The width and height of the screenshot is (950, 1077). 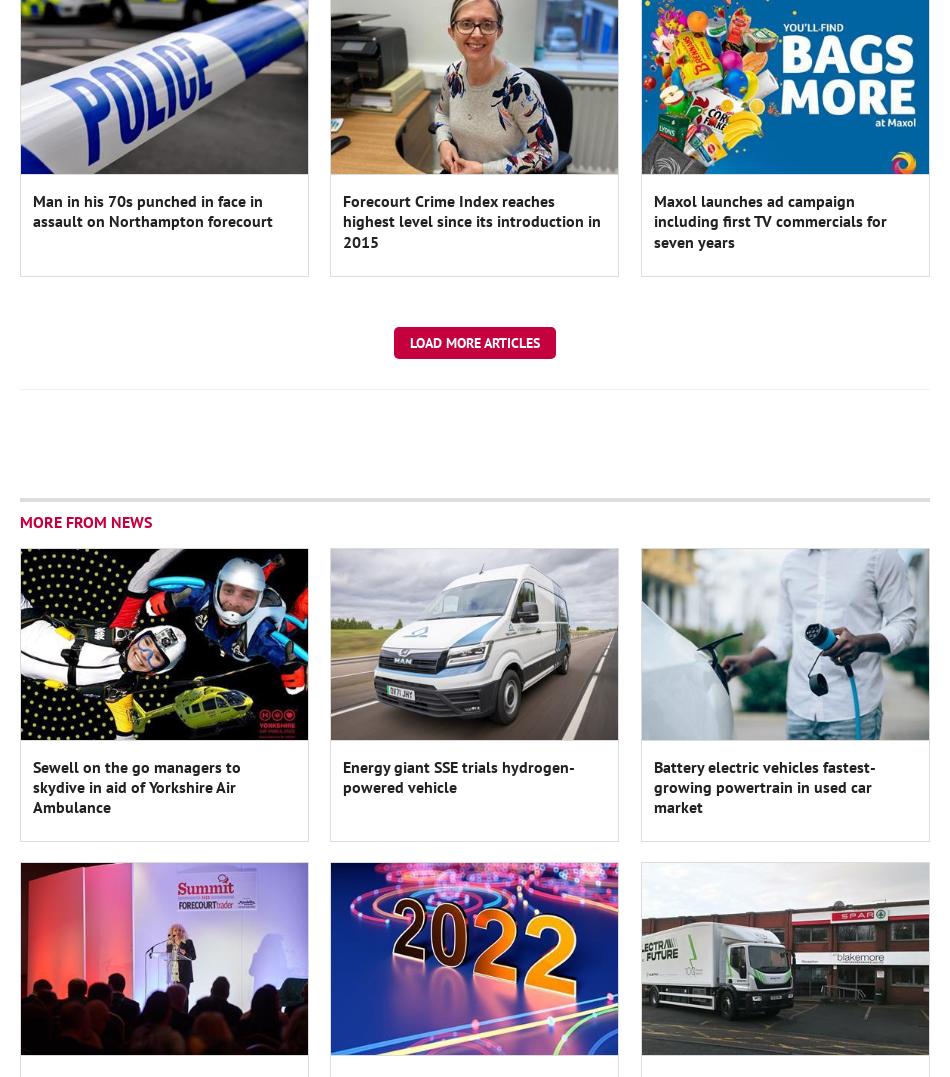 What do you see at coordinates (85, 141) in the screenshot?
I see `'Related articles'` at bounding box center [85, 141].